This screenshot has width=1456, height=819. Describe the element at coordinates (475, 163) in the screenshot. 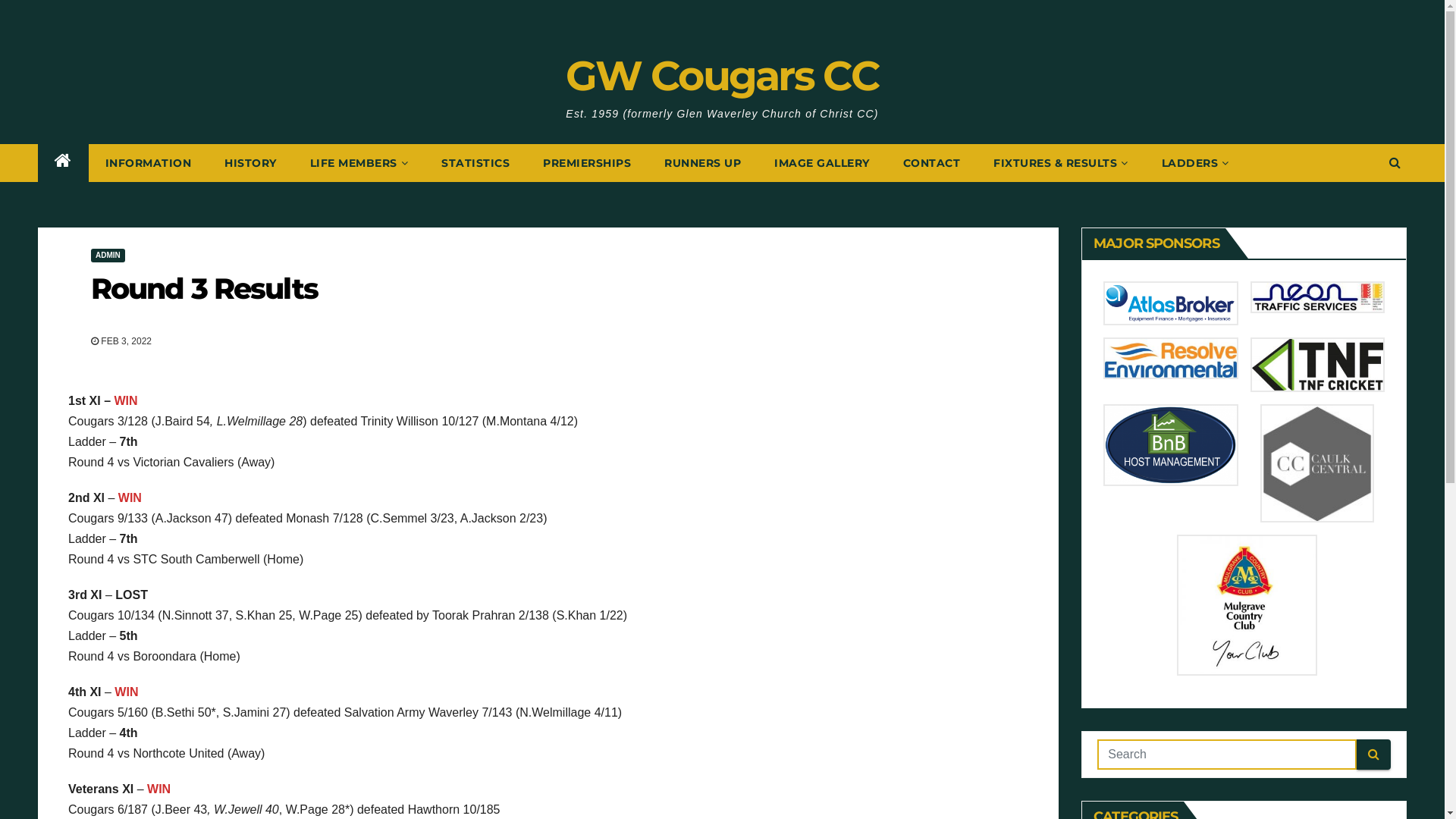

I see `'STATISTICS'` at that location.